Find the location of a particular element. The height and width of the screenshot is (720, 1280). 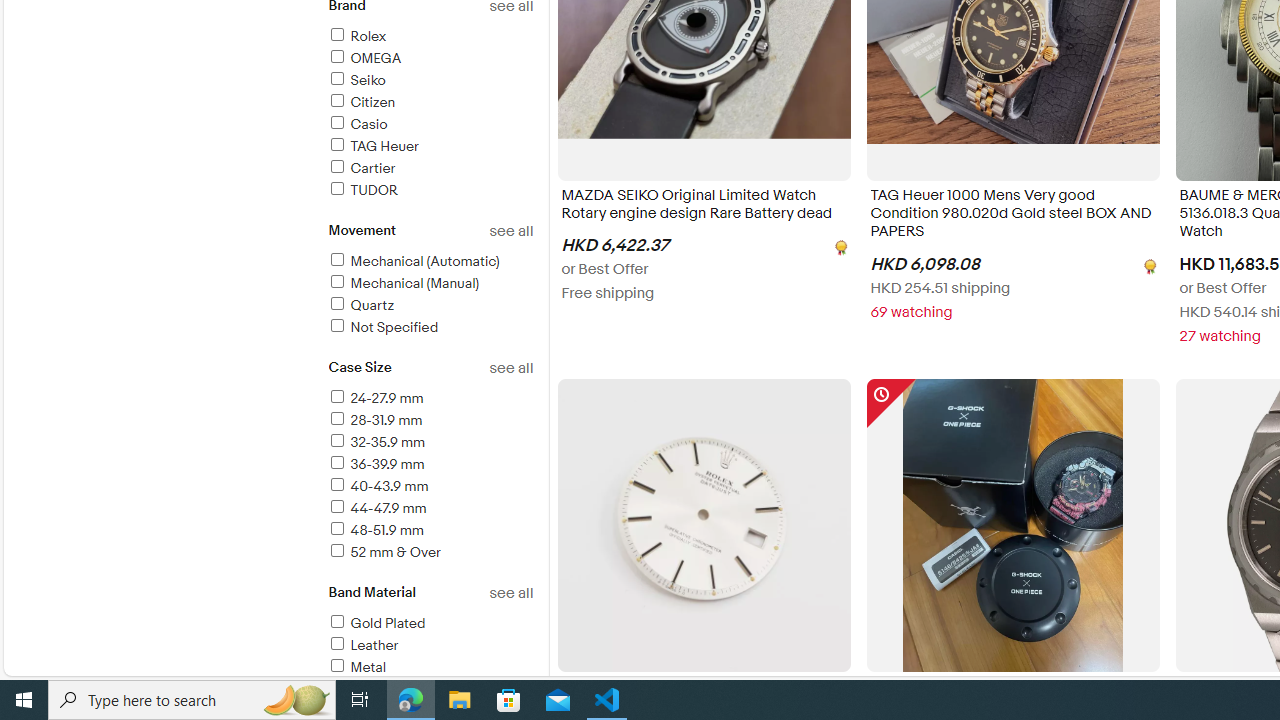

'48-51.9 mm' is located at coordinates (375, 529).